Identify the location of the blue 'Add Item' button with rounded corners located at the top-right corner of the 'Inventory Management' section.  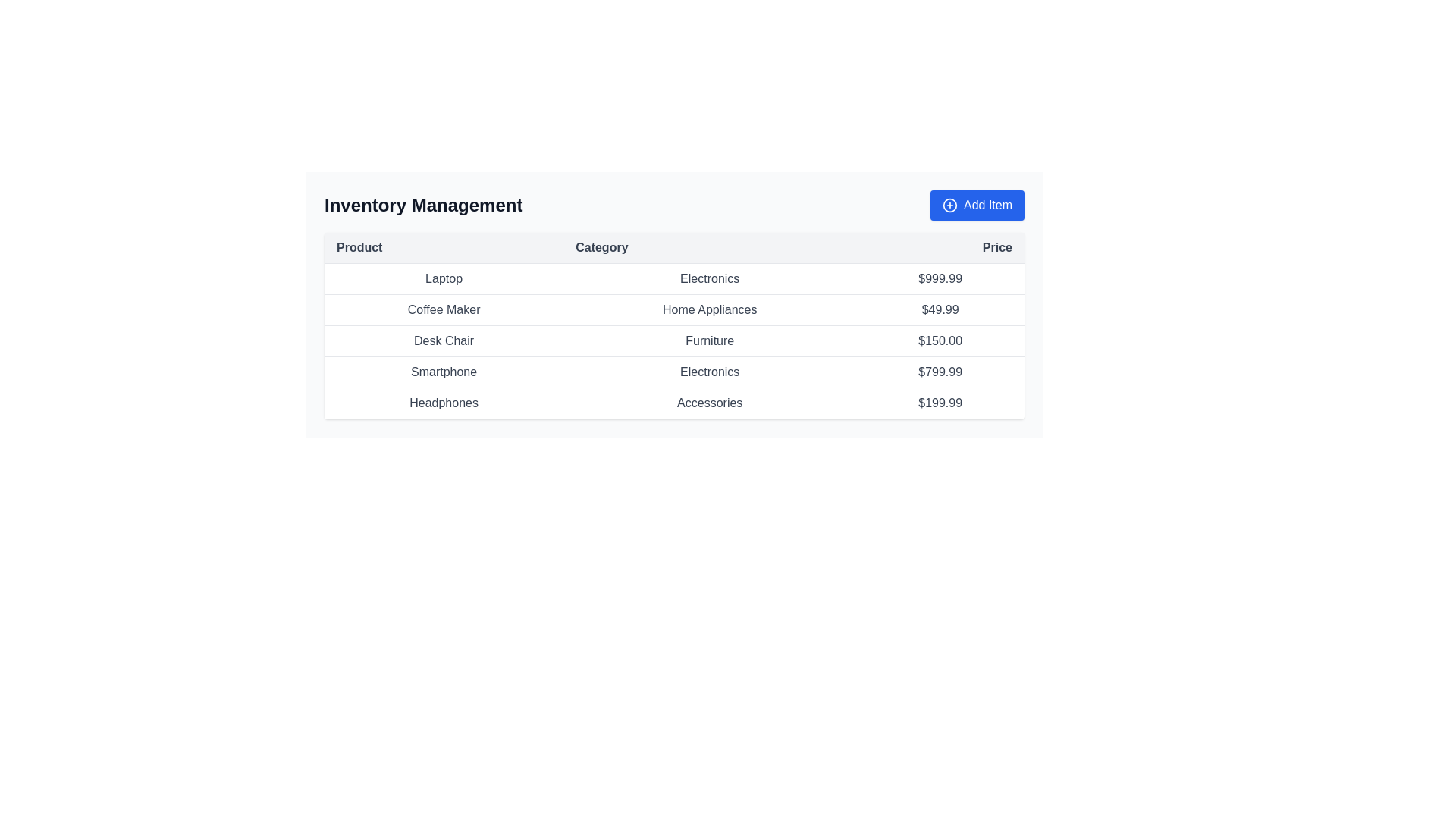
(977, 205).